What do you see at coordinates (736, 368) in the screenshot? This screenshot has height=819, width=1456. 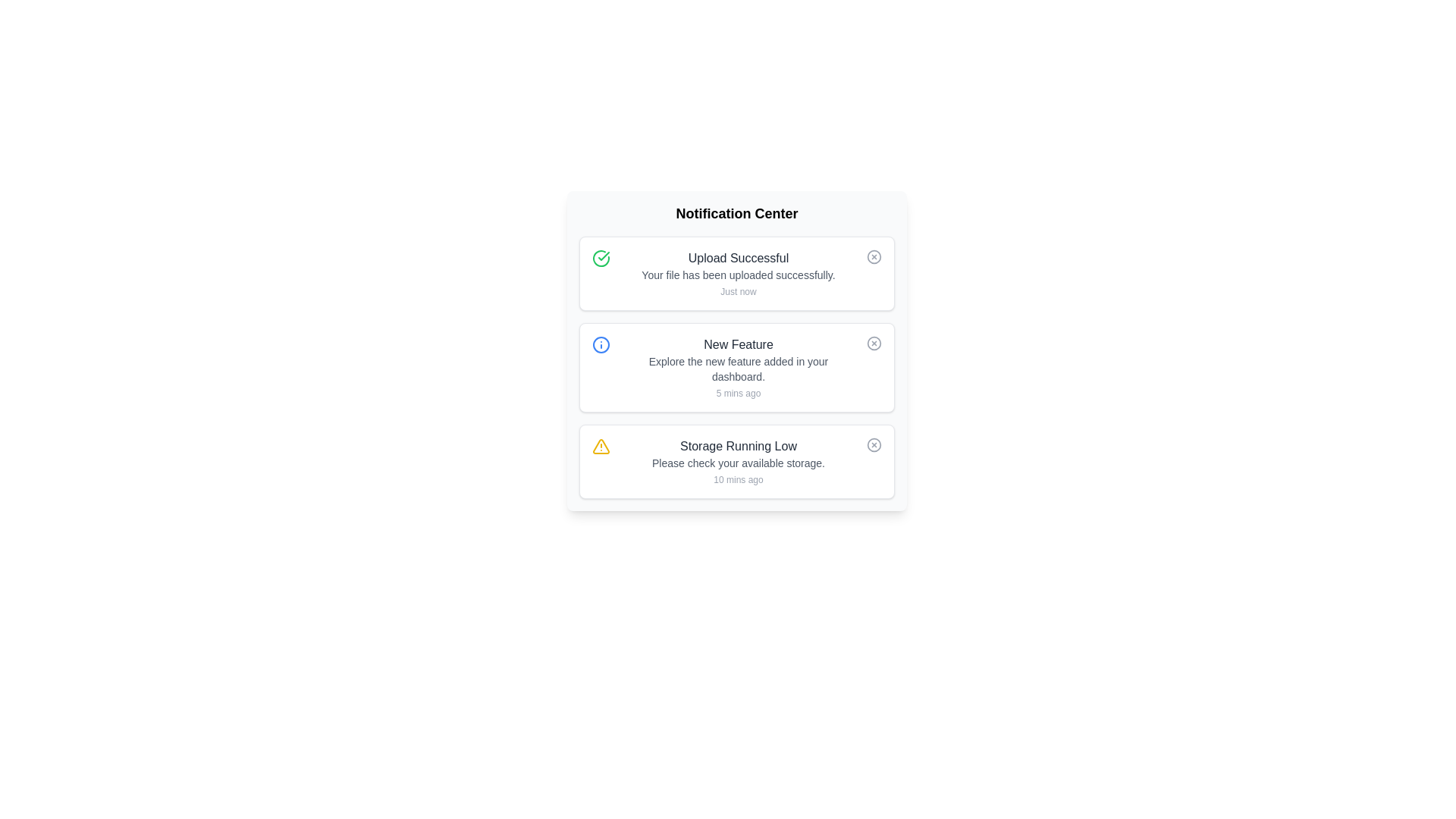 I see `the second notification item within the Notification Card, which is positioned between 'Upload Successful' and 'Storage Running Low'` at bounding box center [736, 368].